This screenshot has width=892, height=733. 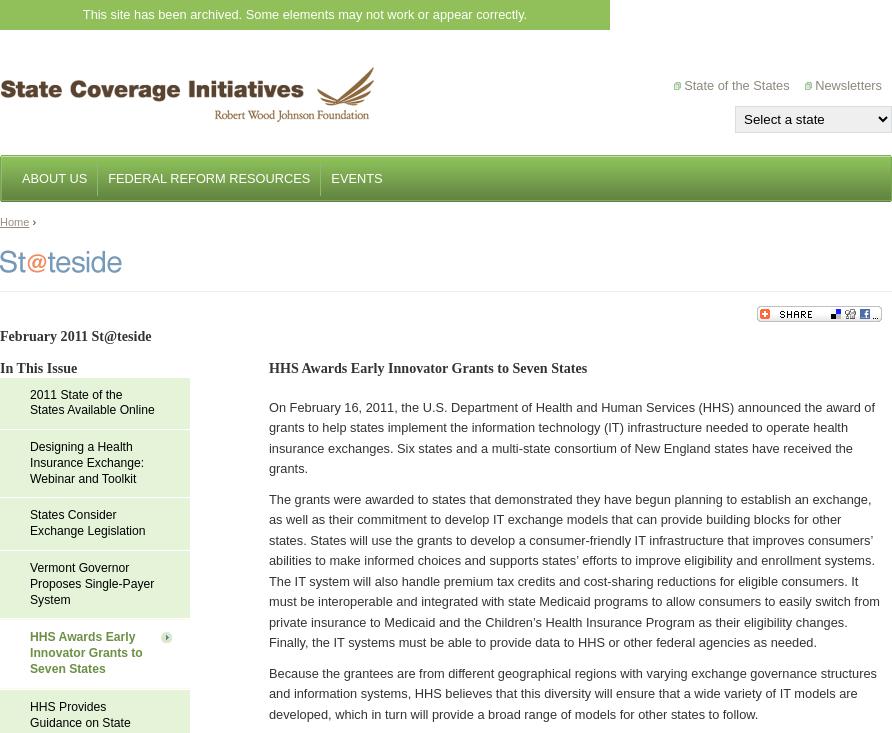 What do you see at coordinates (14, 222) in the screenshot?
I see `'Home'` at bounding box center [14, 222].